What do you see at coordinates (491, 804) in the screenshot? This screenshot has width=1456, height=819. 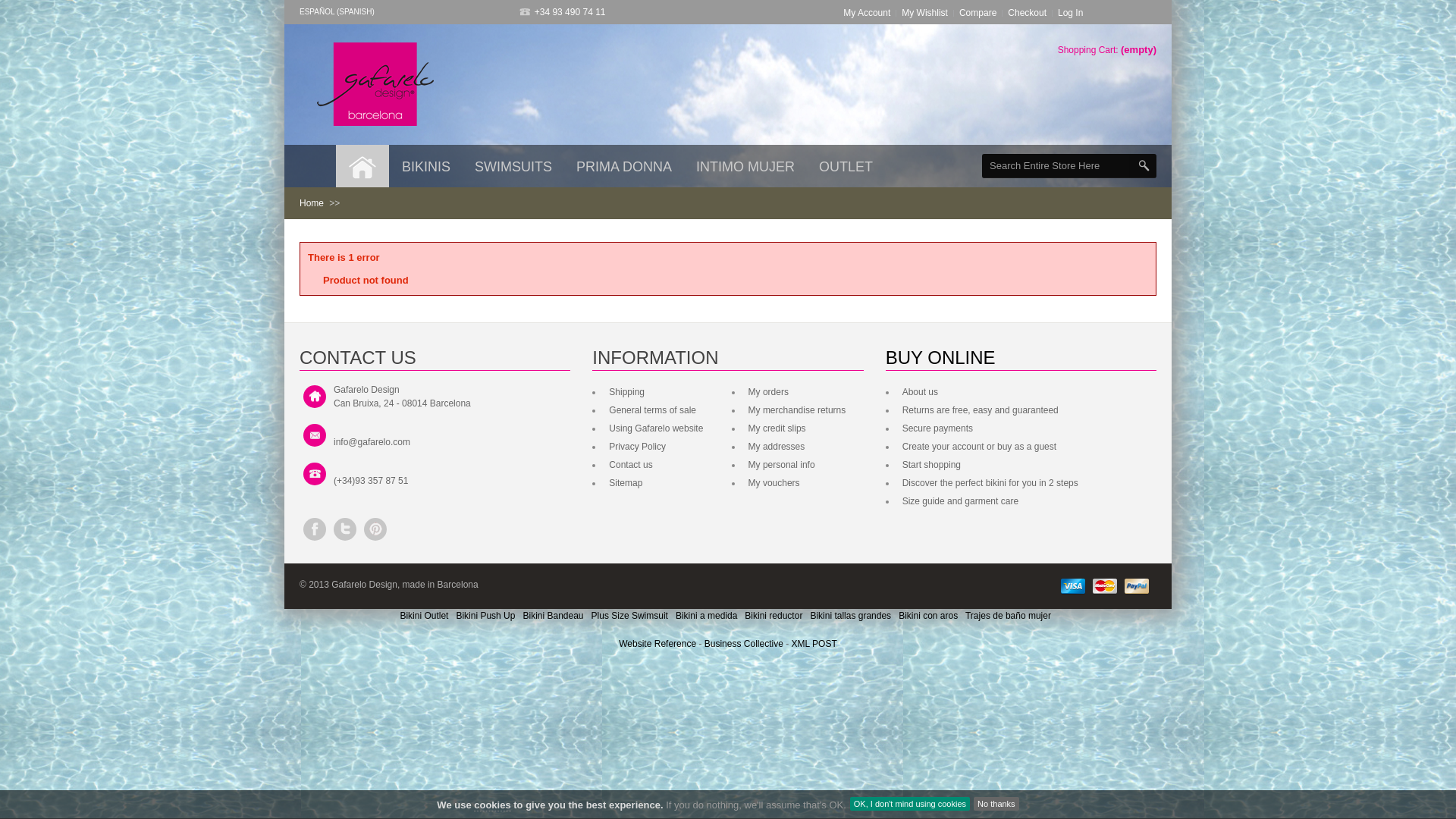 I see `'cookies'` at bounding box center [491, 804].